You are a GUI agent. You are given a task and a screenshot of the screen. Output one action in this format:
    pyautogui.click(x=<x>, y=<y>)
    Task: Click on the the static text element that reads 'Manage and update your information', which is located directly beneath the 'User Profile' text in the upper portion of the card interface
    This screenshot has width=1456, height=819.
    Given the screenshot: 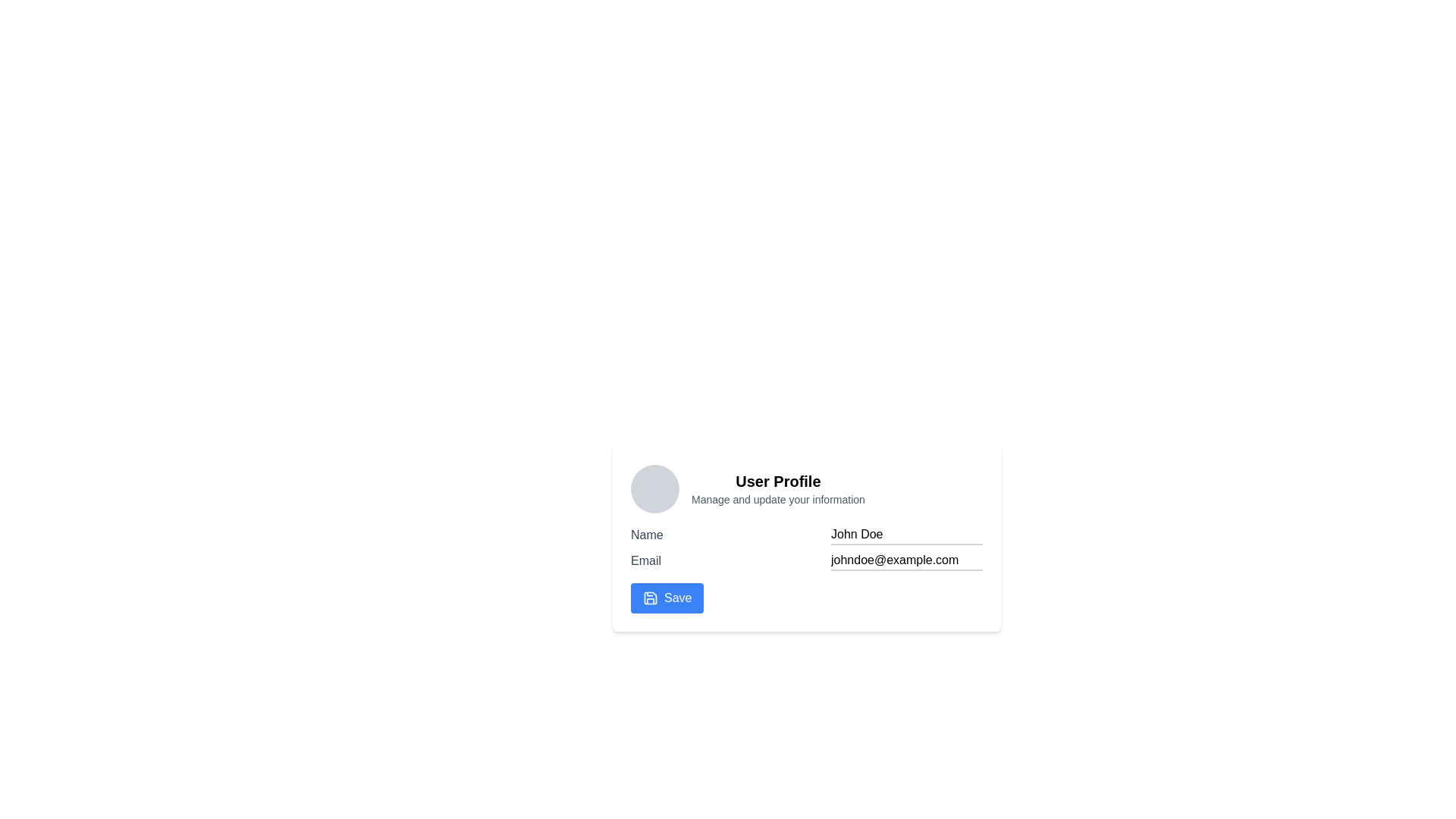 What is the action you would take?
    pyautogui.click(x=778, y=500)
    